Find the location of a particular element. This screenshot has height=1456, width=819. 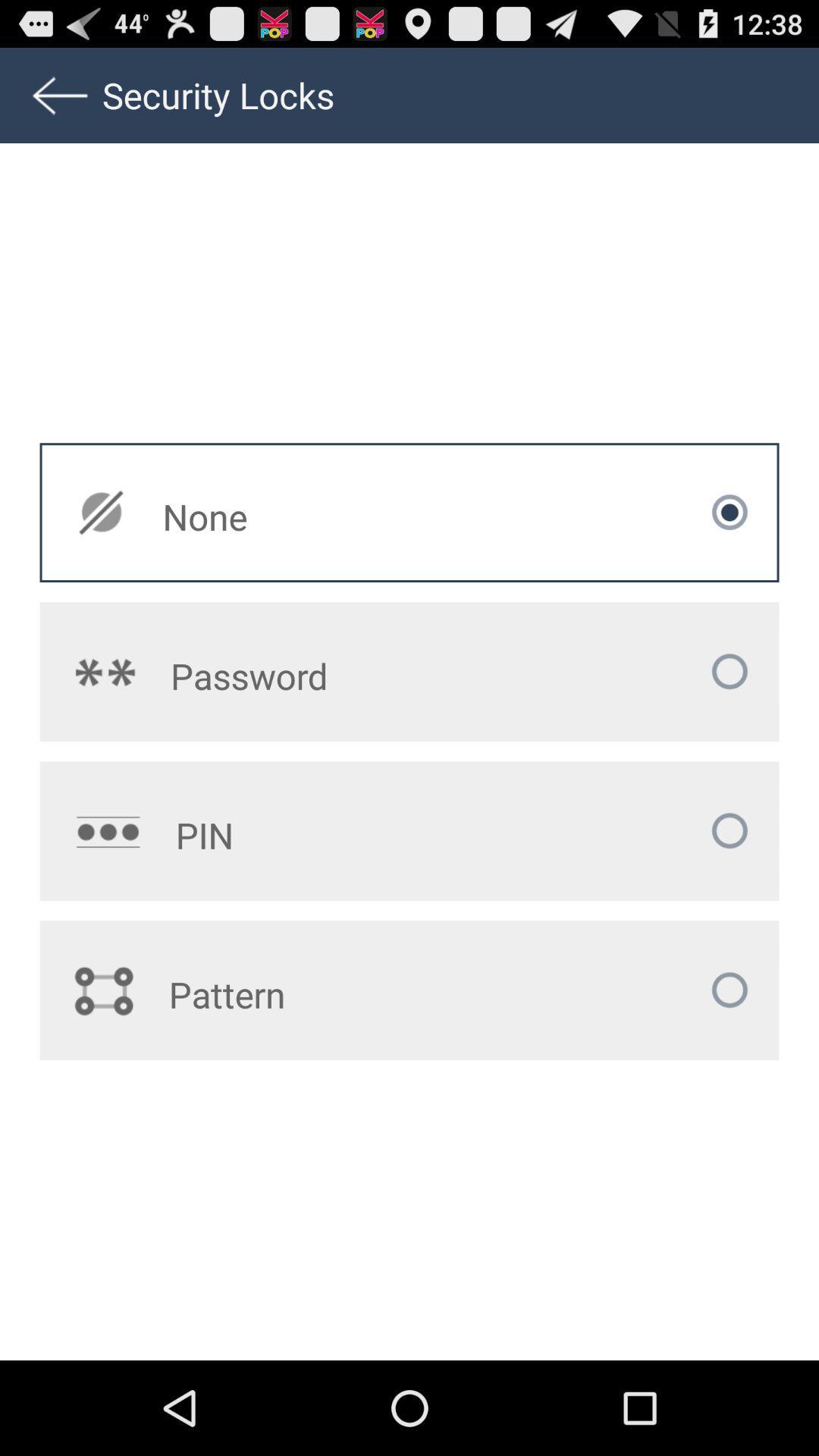

none item is located at coordinates (311, 516).